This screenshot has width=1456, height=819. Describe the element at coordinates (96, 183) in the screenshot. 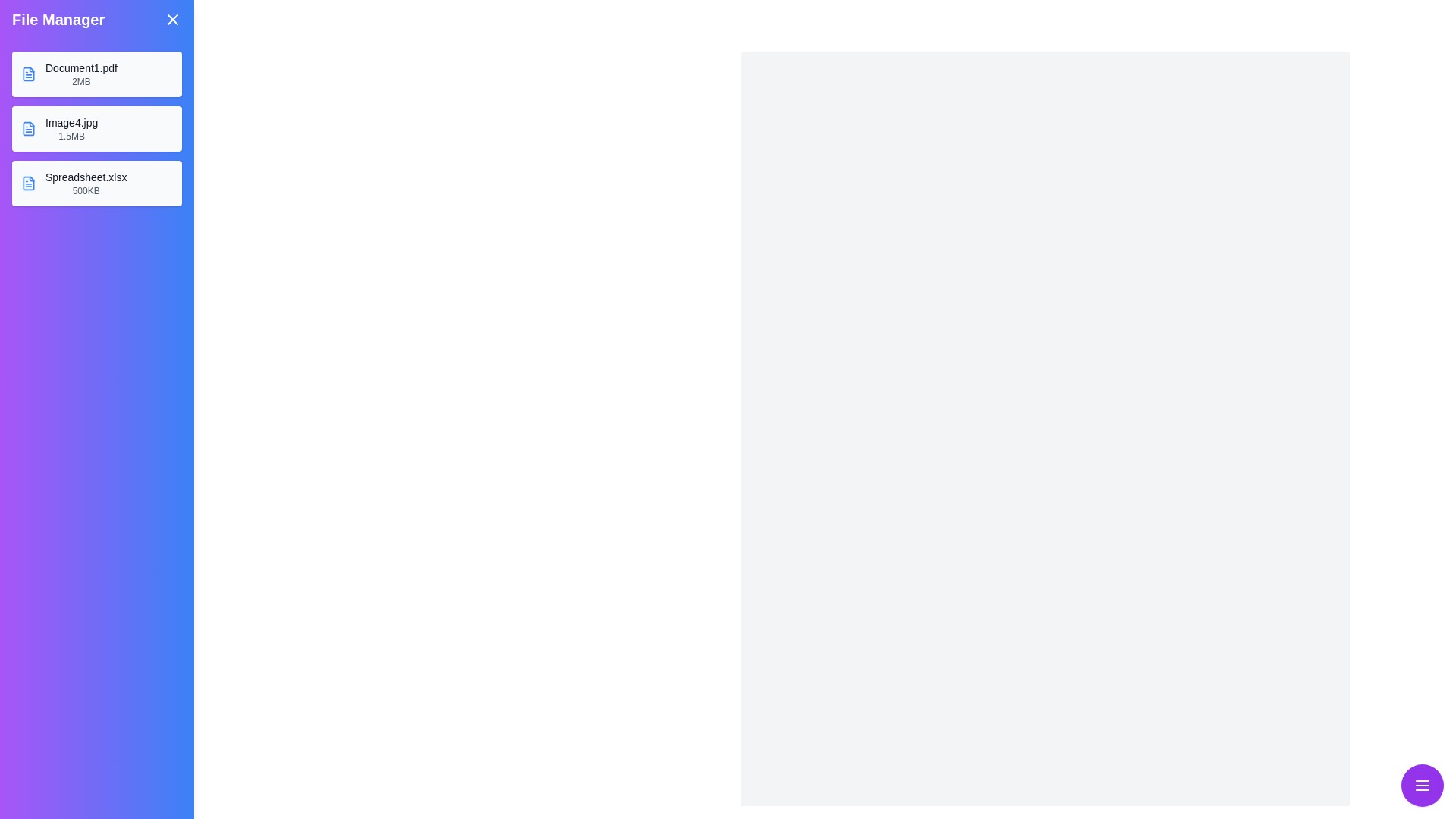

I see `the third file entry 'Spreadsheet.xlsx' in the vertical list` at that location.